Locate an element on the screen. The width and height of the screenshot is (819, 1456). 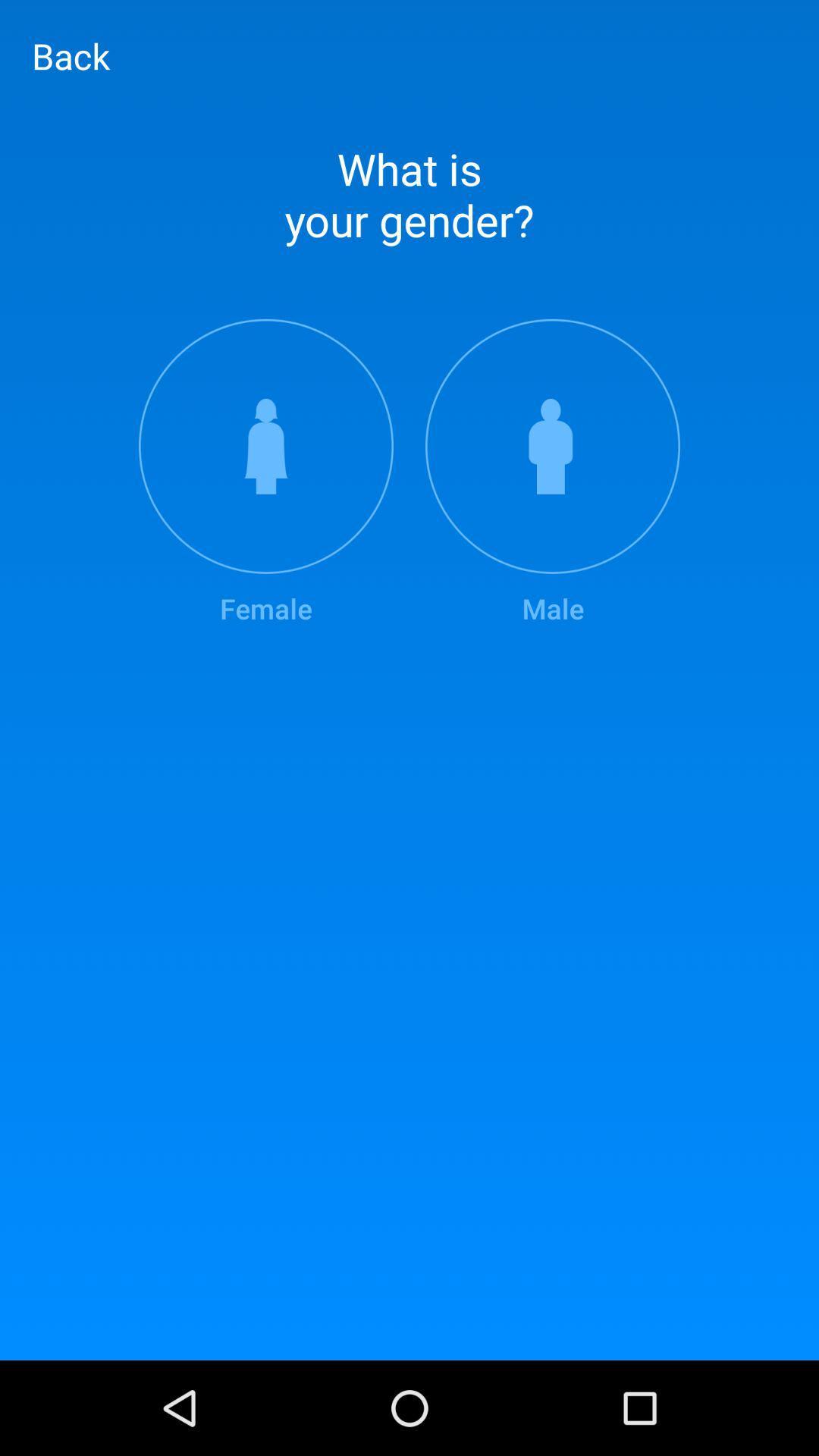
the icon below what is your item is located at coordinates (265, 472).